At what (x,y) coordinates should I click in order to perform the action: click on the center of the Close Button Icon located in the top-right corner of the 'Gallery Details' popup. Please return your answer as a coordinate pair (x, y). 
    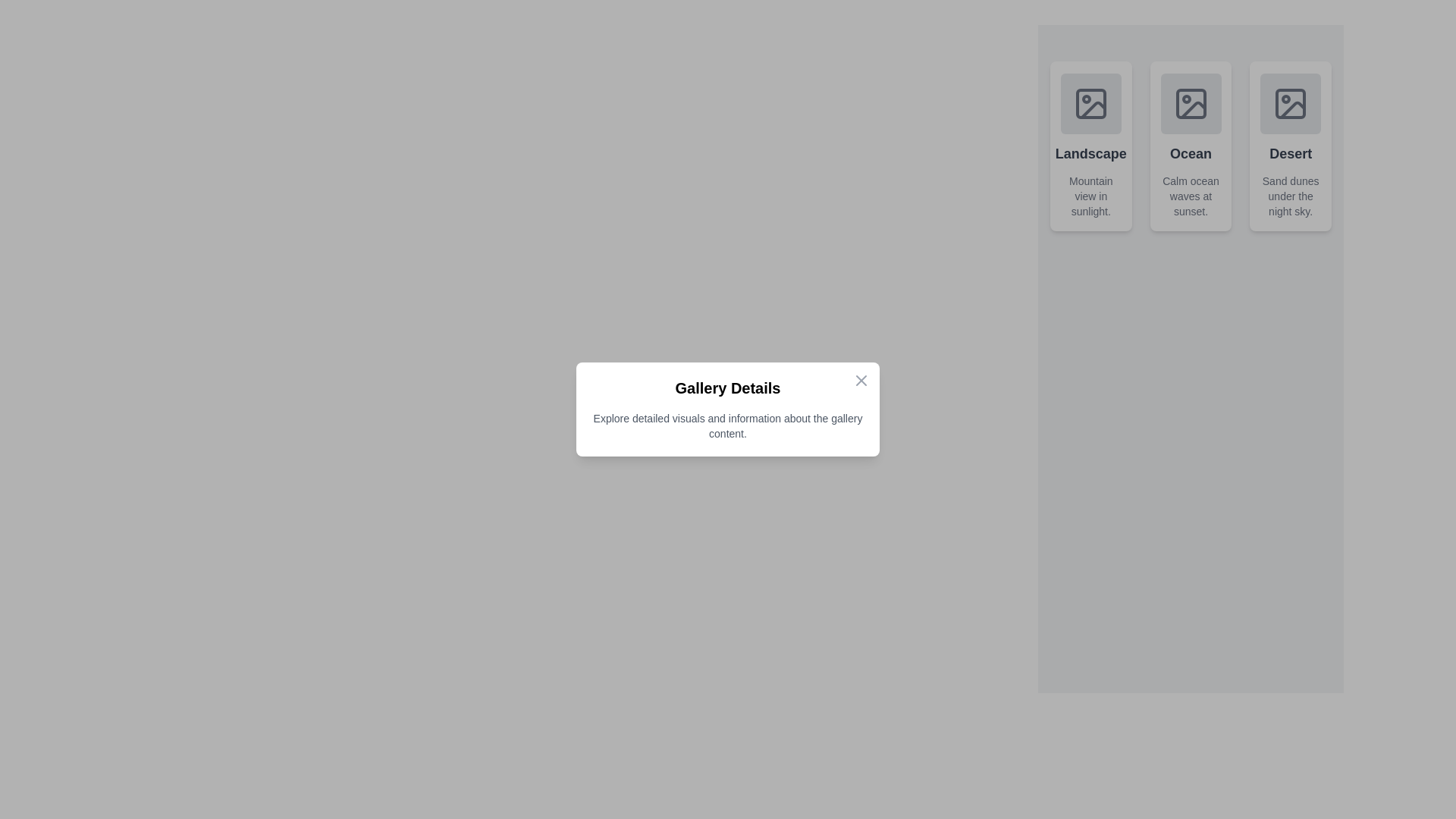
    Looking at the image, I should click on (861, 379).